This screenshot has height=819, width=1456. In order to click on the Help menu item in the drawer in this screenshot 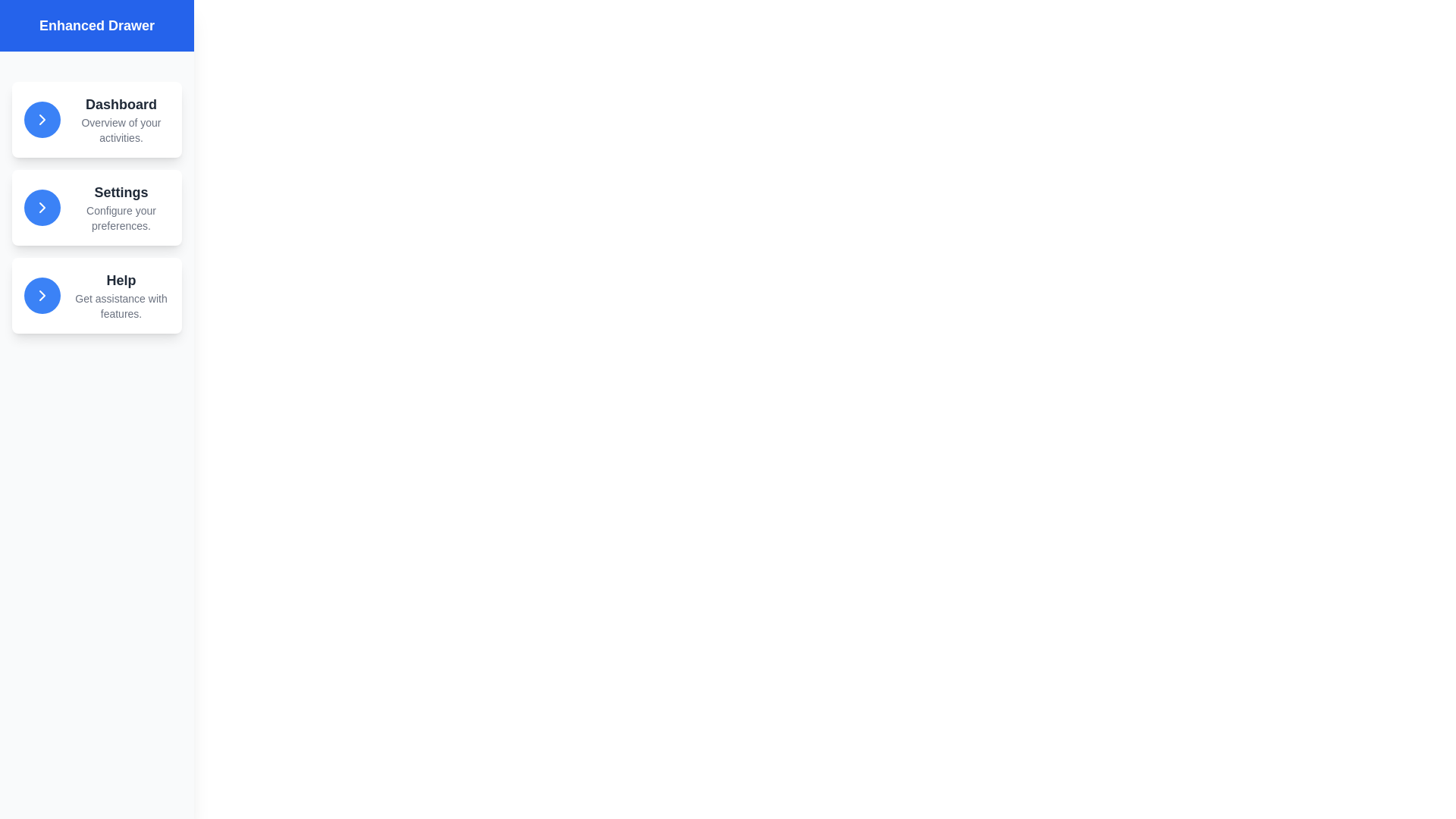, I will do `click(96, 295)`.